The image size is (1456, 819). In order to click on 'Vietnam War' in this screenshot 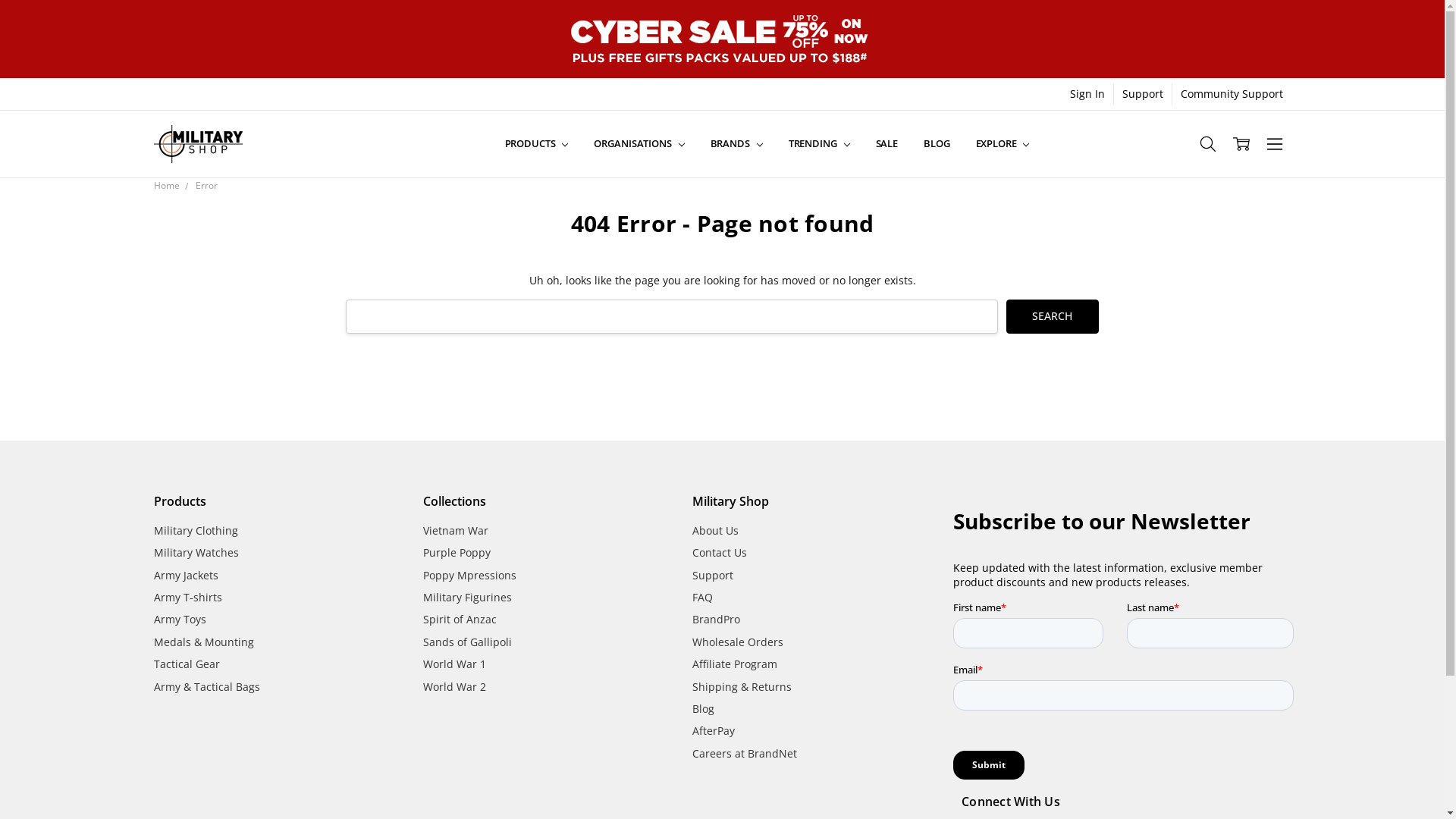, I will do `click(454, 529)`.